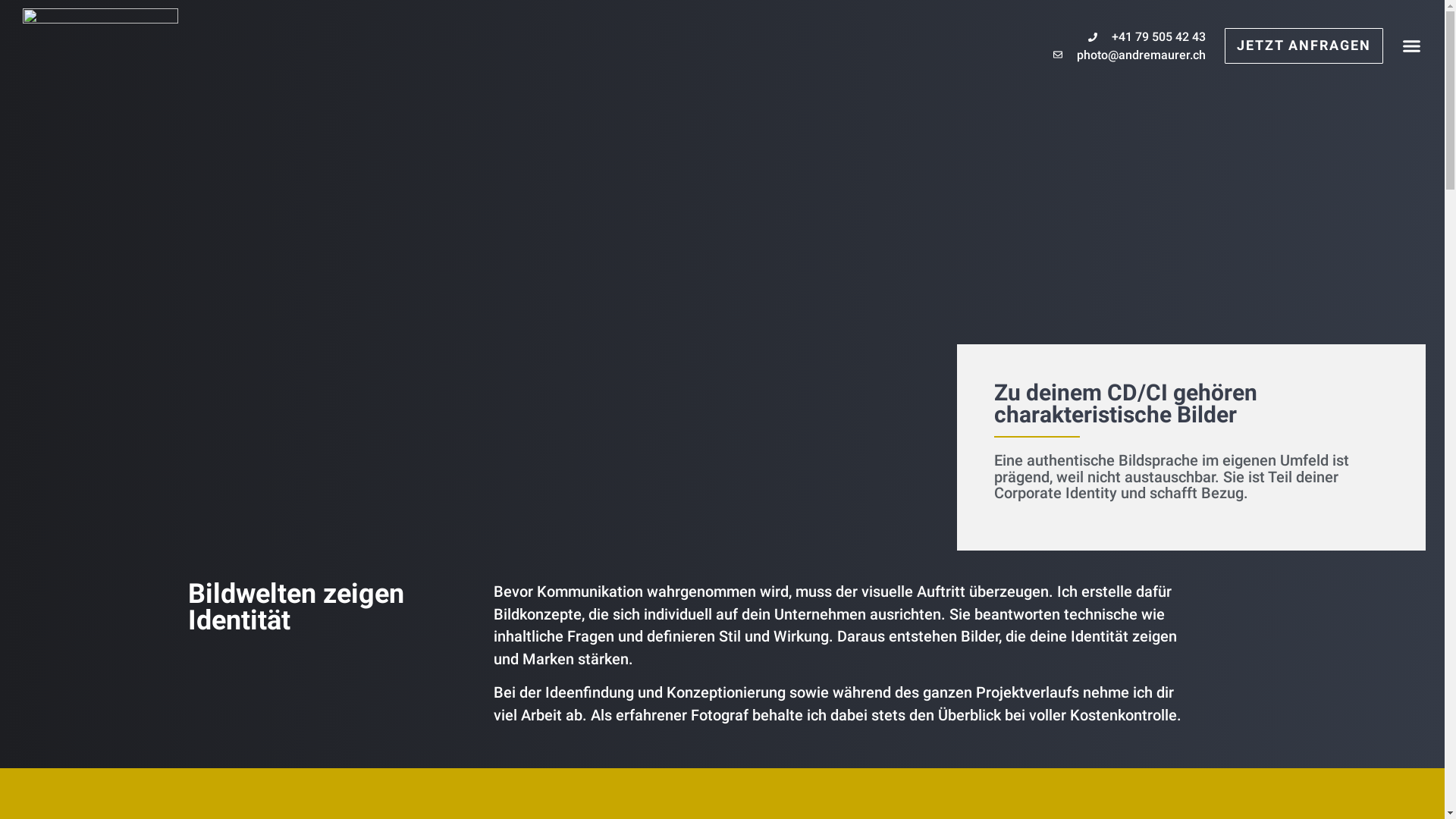 Image resolution: width=1456 pixels, height=819 pixels. What do you see at coordinates (1303, 45) in the screenshot?
I see `'JETZT ANFRAGEN'` at bounding box center [1303, 45].